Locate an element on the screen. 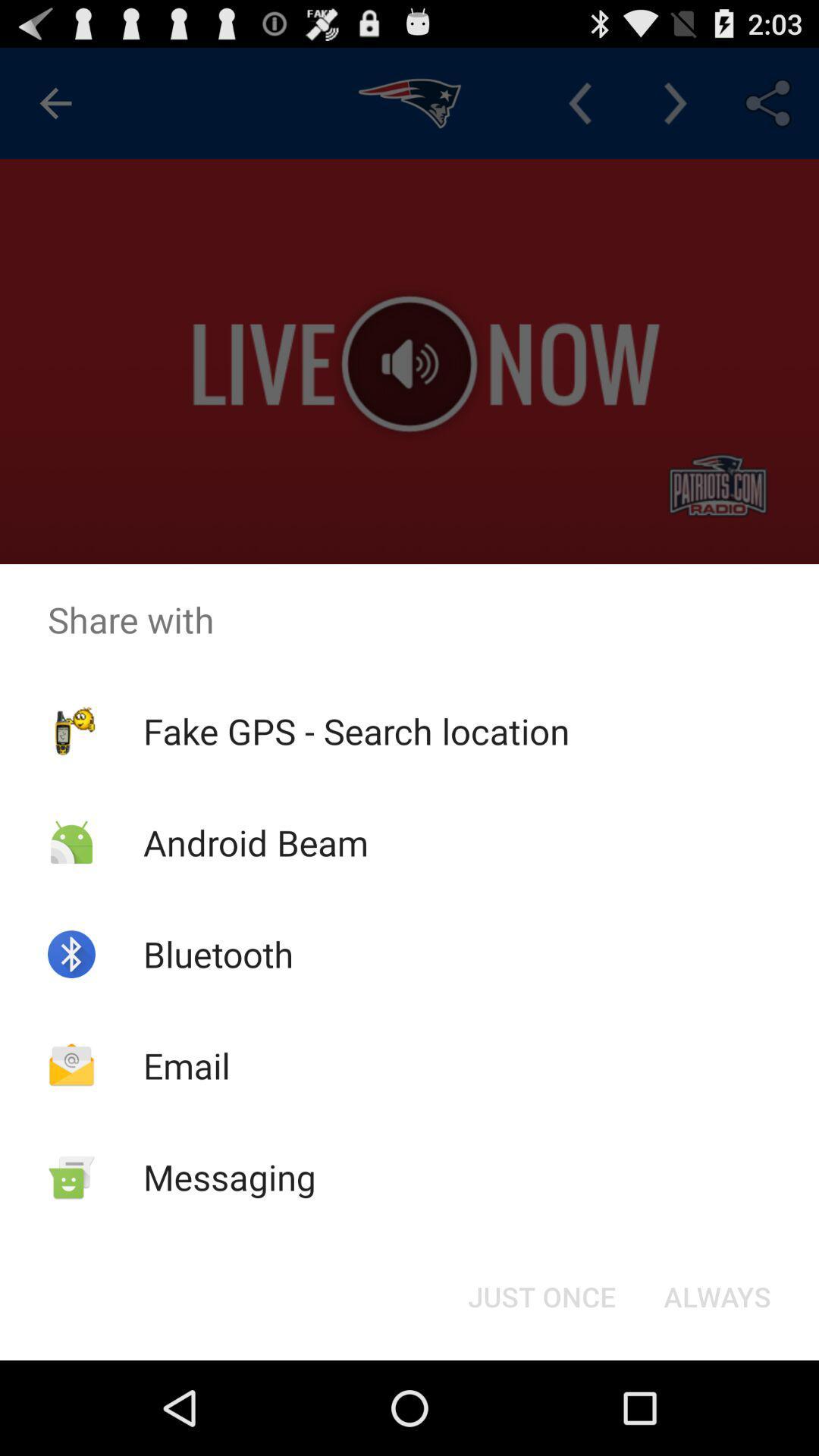 This screenshot has height=1456, width=819. the fake gps search item is located at coordinates (356, 731).